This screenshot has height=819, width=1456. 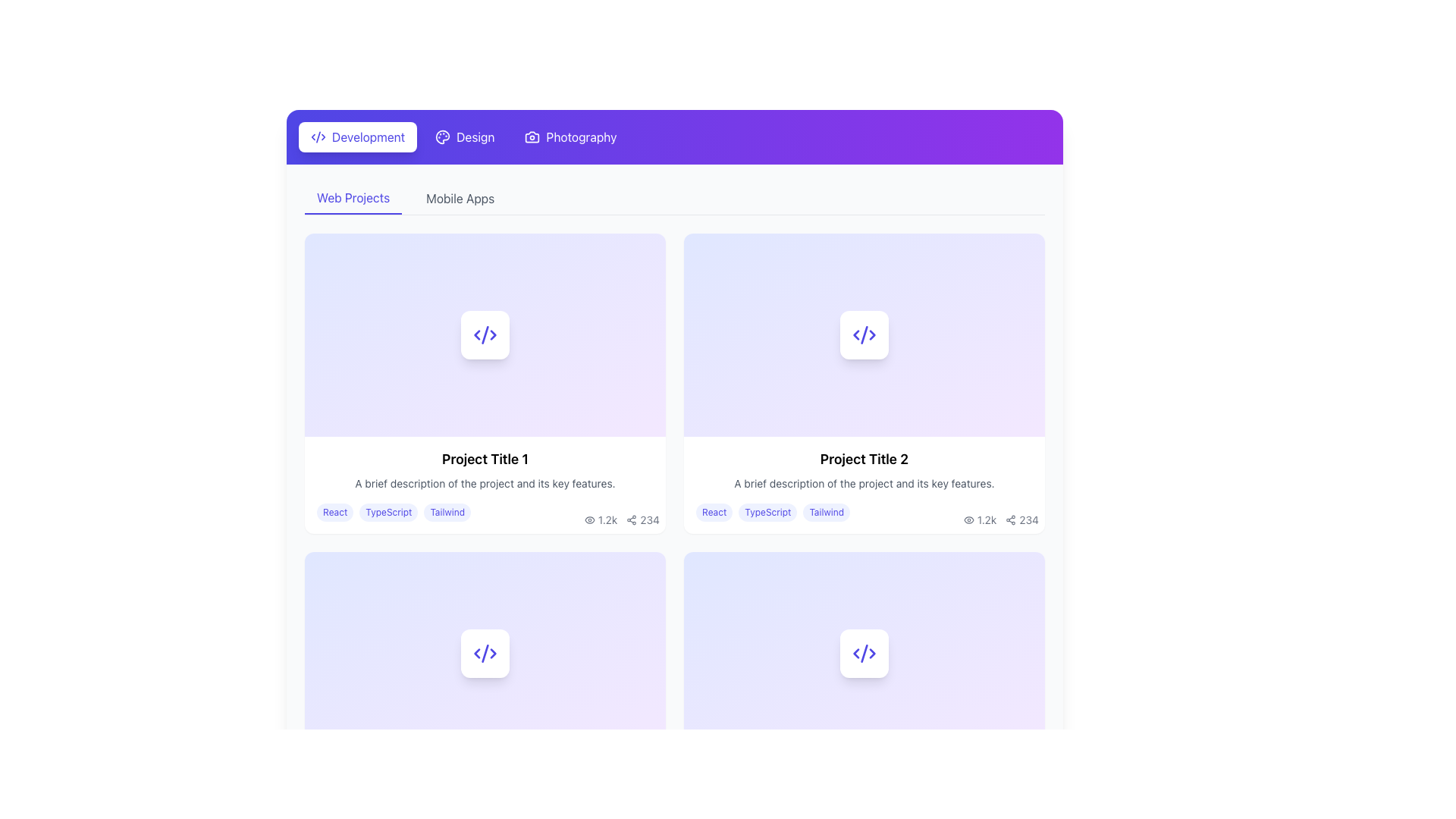 What do you see at coordinates (475, 137) in the screenshot?
I see `the 'Design' text label, which is the last option in the navigation menu at the top of the interface` at bounding box center [475, 137].